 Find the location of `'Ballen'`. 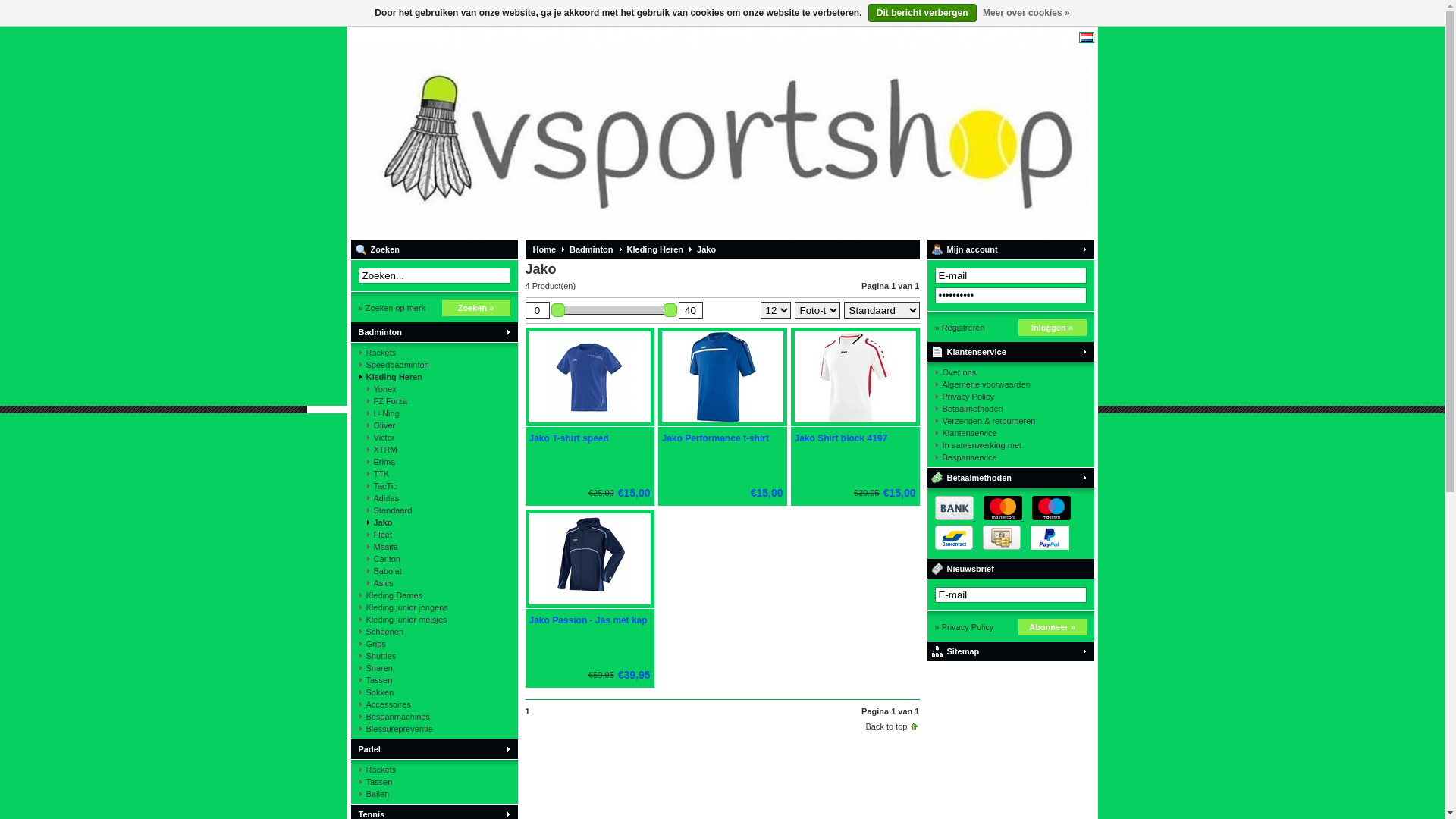

'Ballen' is located at coordinates (432, 792).